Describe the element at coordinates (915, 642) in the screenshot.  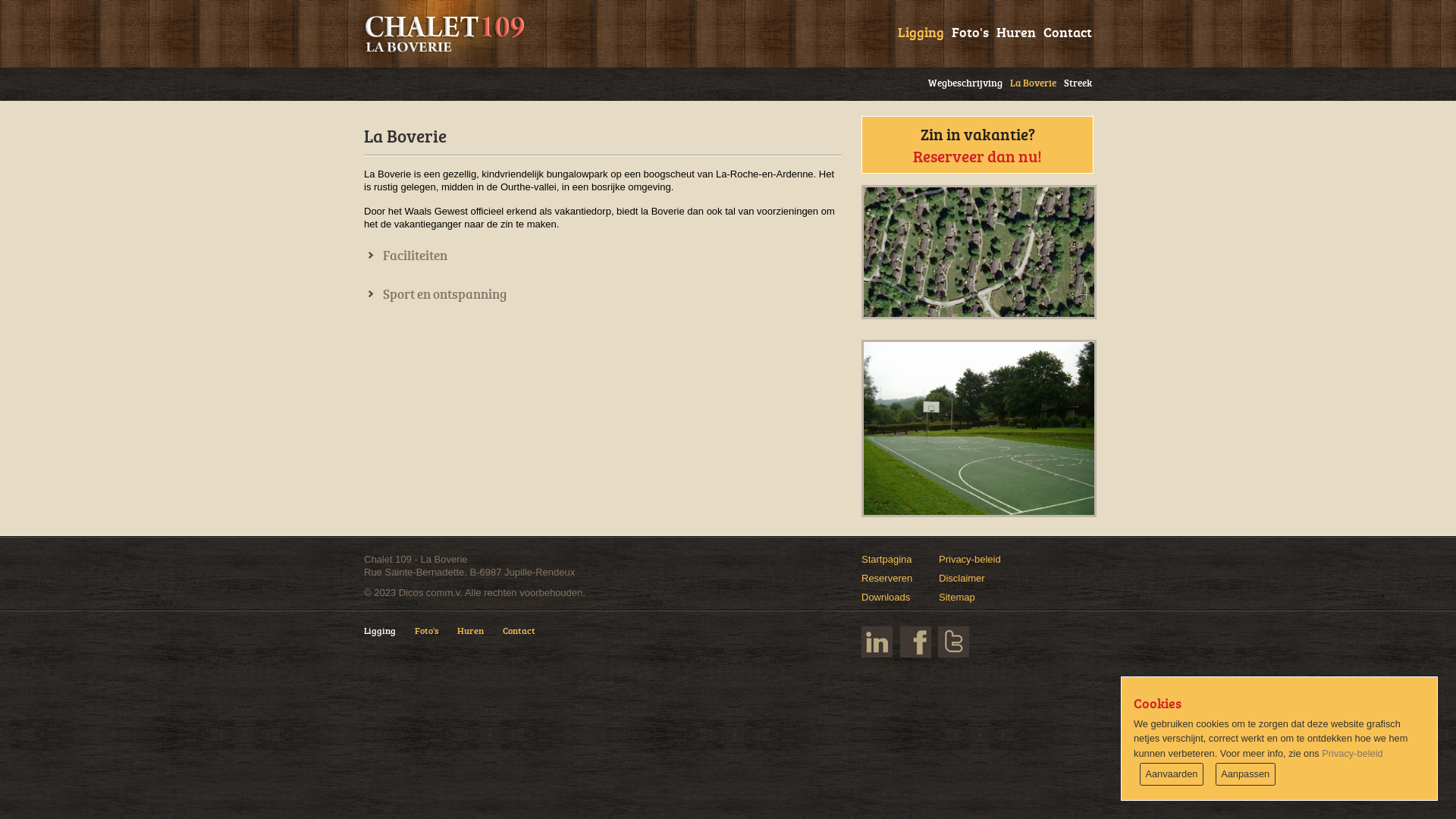
I see `'deel op Facebook'` at that location.